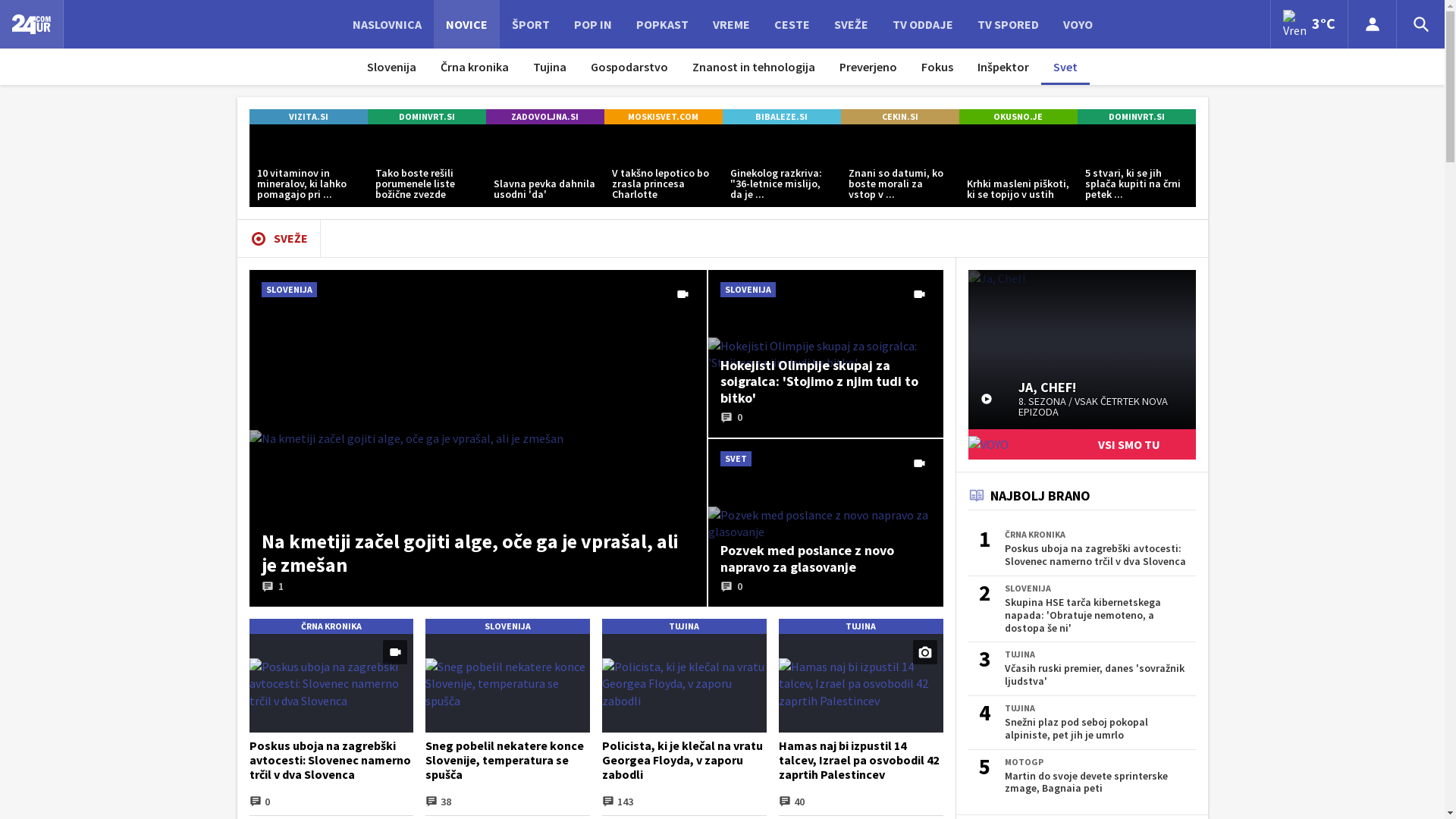 Image resolution: width=1456 pixels, height=819 pixels. I want to click on 'Slovenija', so click(391, 66).